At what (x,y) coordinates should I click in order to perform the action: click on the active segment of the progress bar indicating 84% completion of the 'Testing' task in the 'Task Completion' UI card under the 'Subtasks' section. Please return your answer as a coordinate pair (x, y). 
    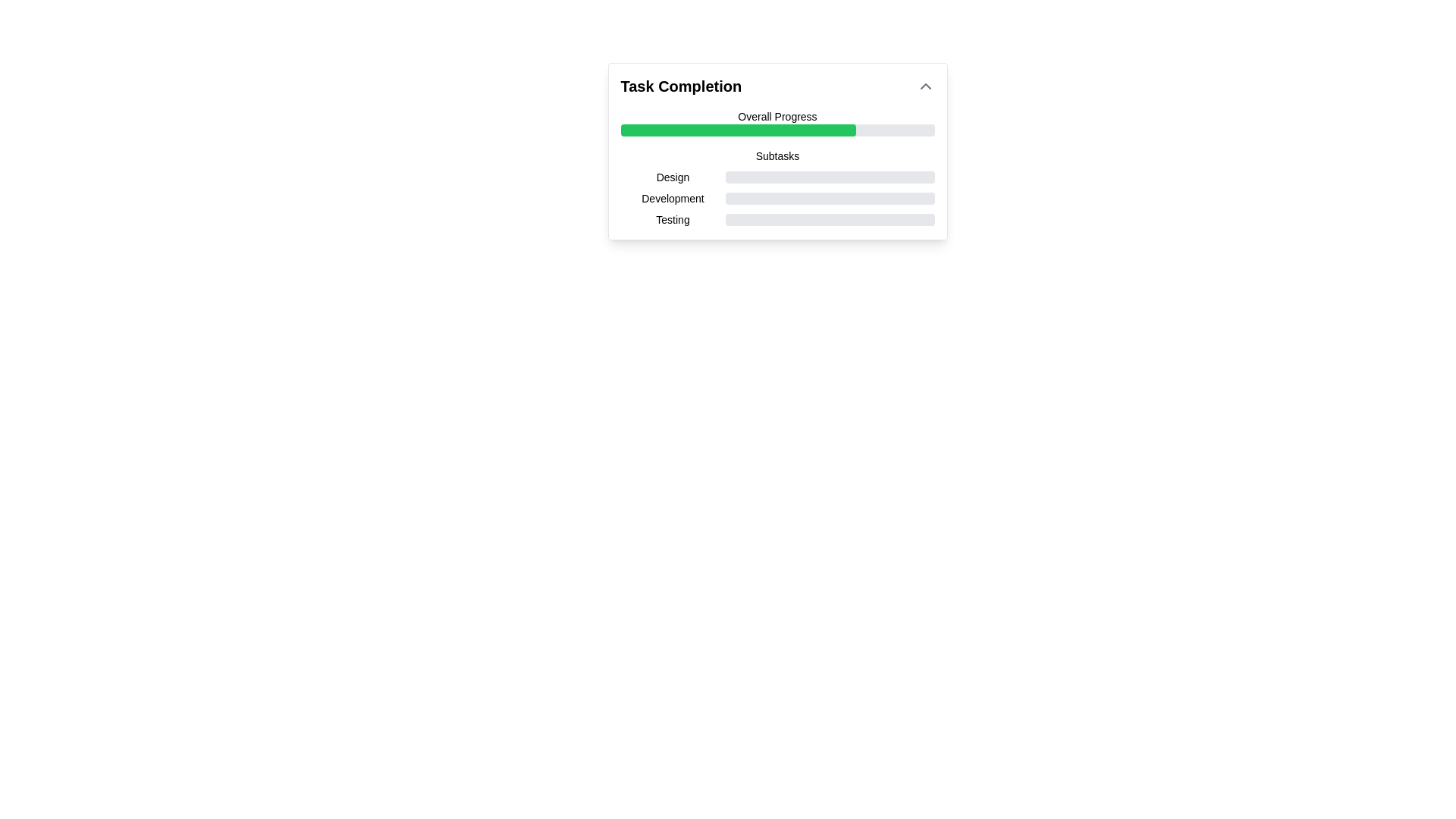
    Looking at the image, I should click on (812, 219).